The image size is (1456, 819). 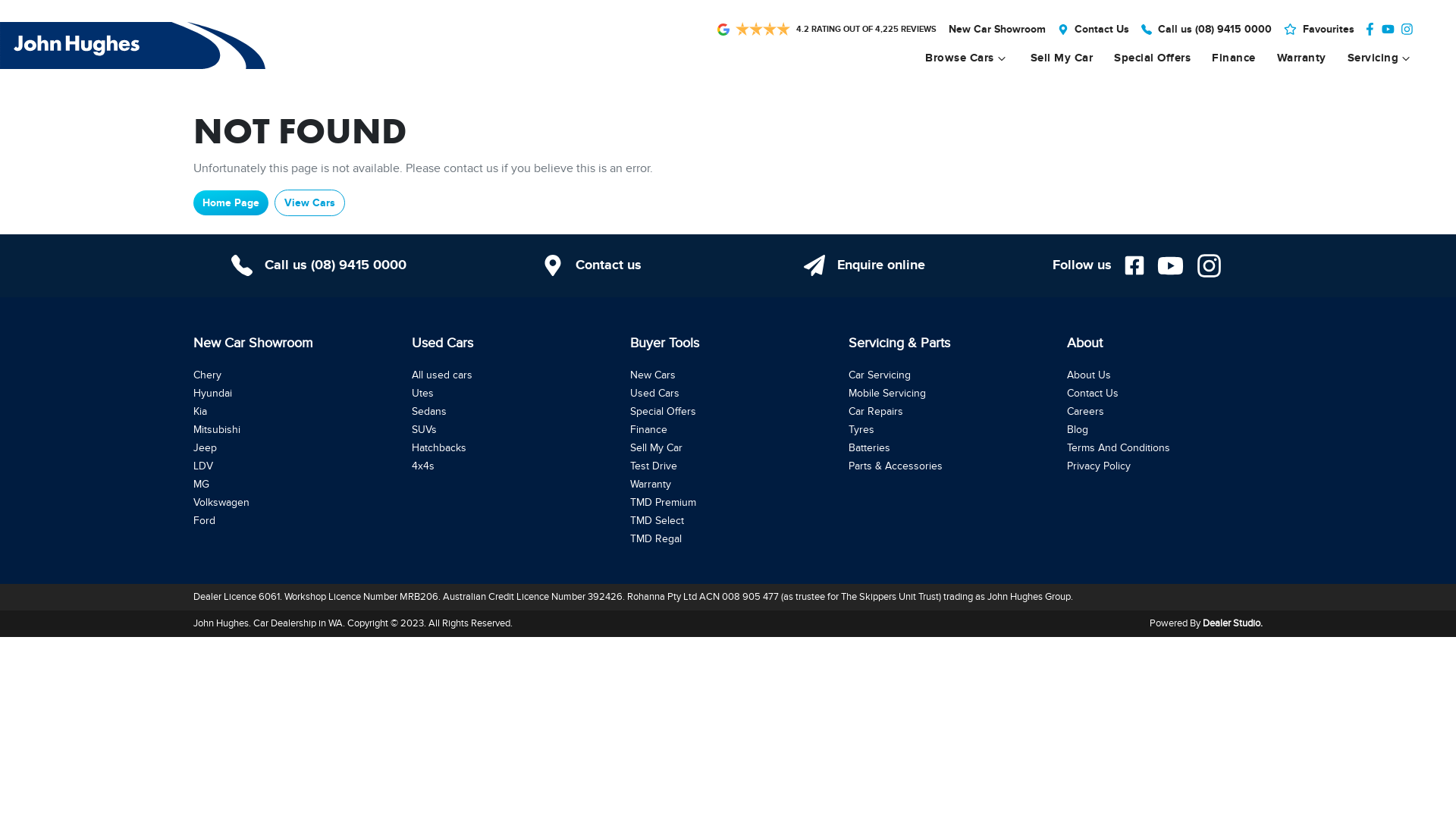 What do you see at coordinates (655, 538) in the screenshot?
I see `'TMD Regal'` at bounding box center [655, 538].